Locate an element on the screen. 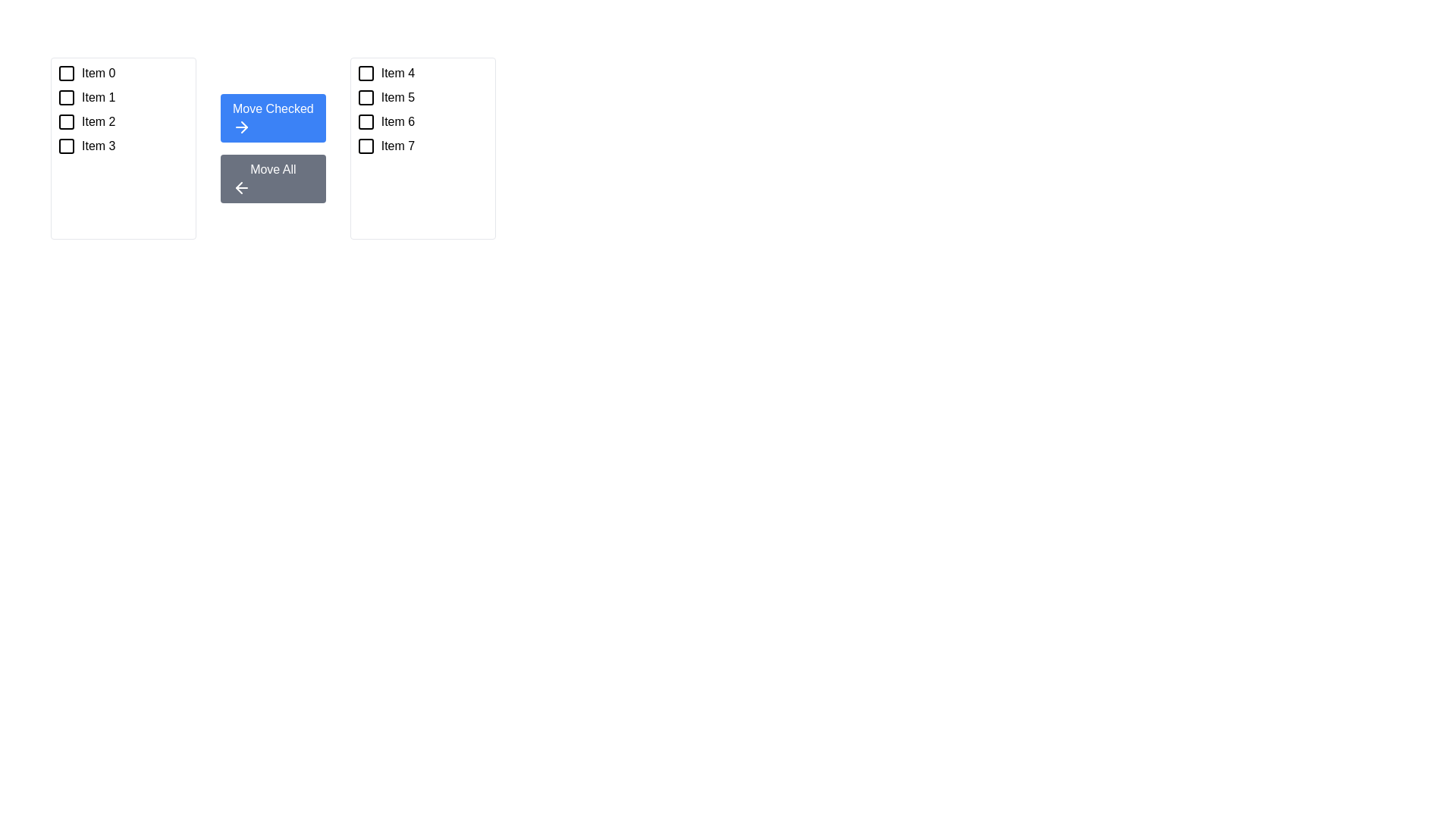 The image size is (1456, 819). the checkbox associated with 'Item 5' is located at coordinates (366, 97).